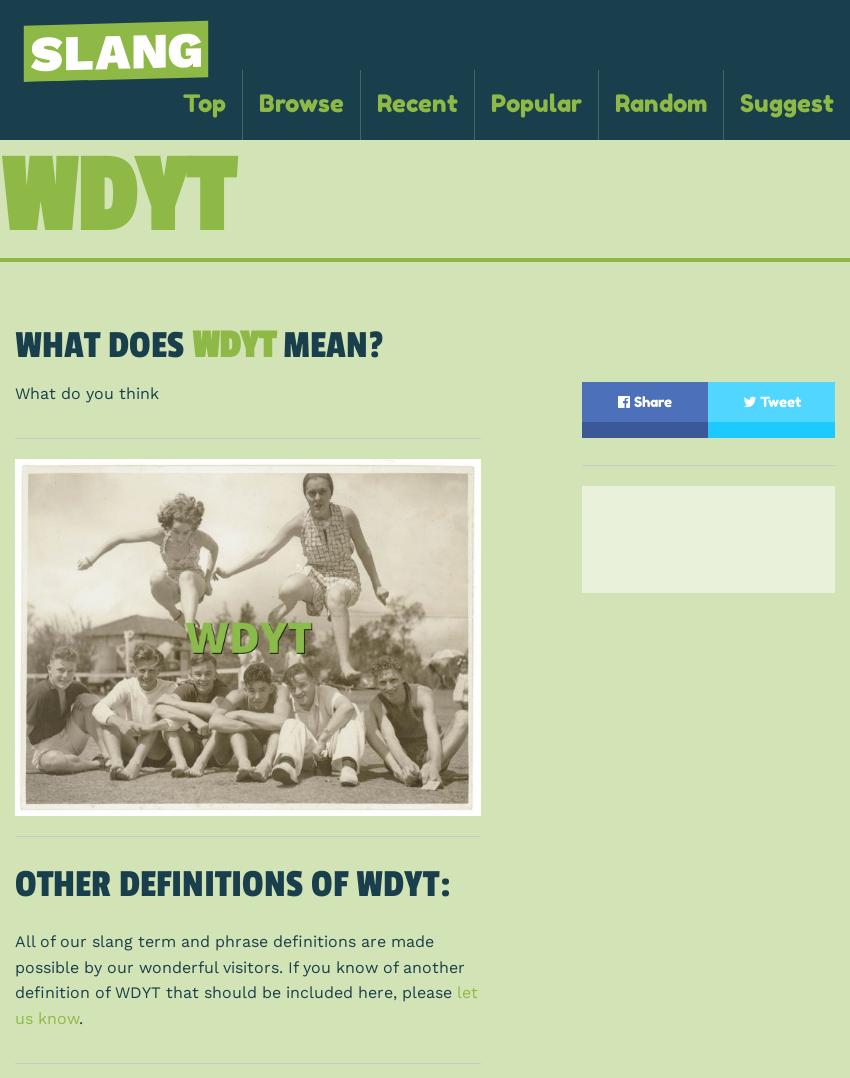 This screenshot has height=1078, width=850. I want to click on 'Other definitions of WDYT:', so click(232, 882).